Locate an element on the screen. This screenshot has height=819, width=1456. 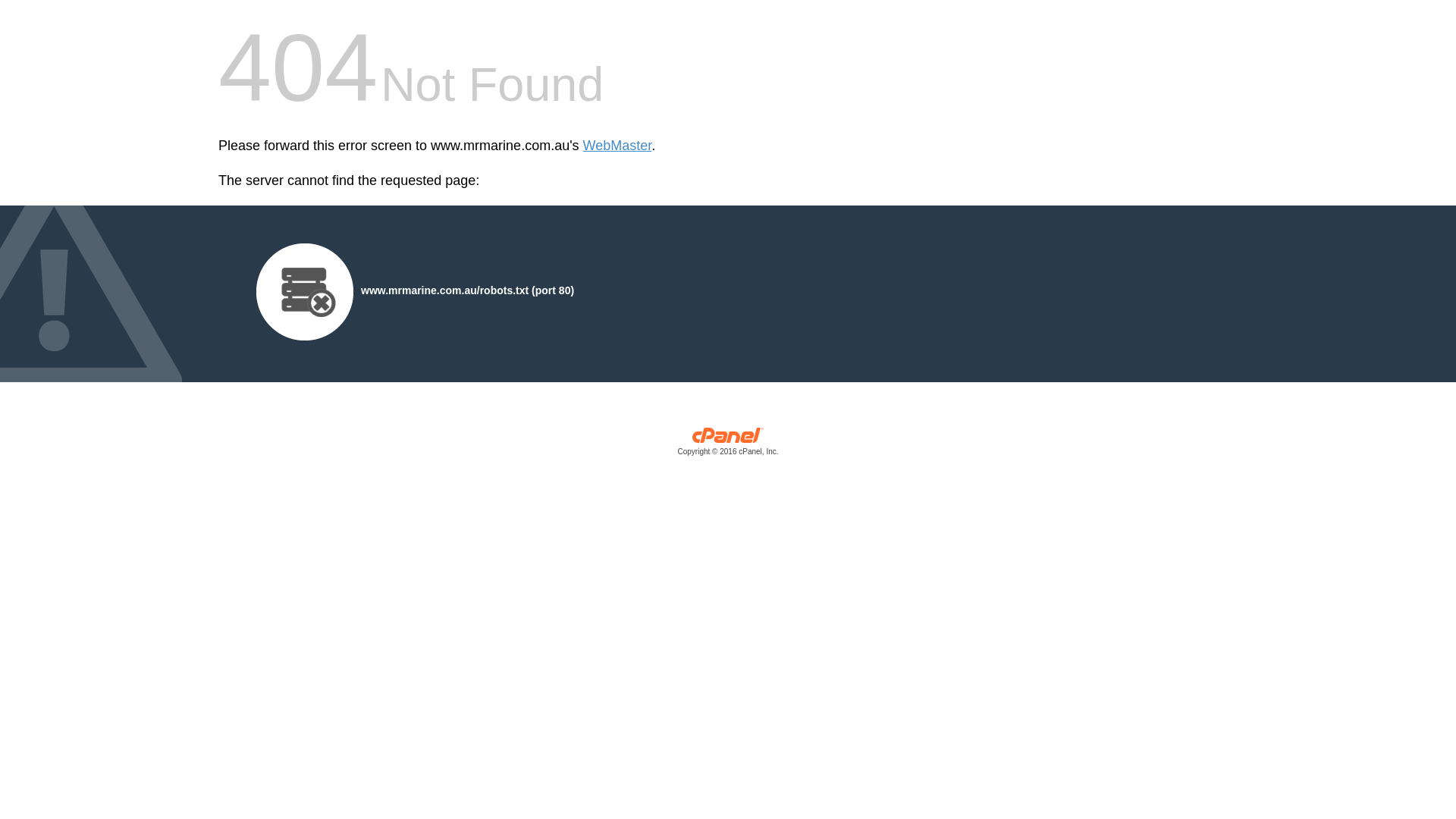
'WebMaster' is located at coordinates (617, 146).